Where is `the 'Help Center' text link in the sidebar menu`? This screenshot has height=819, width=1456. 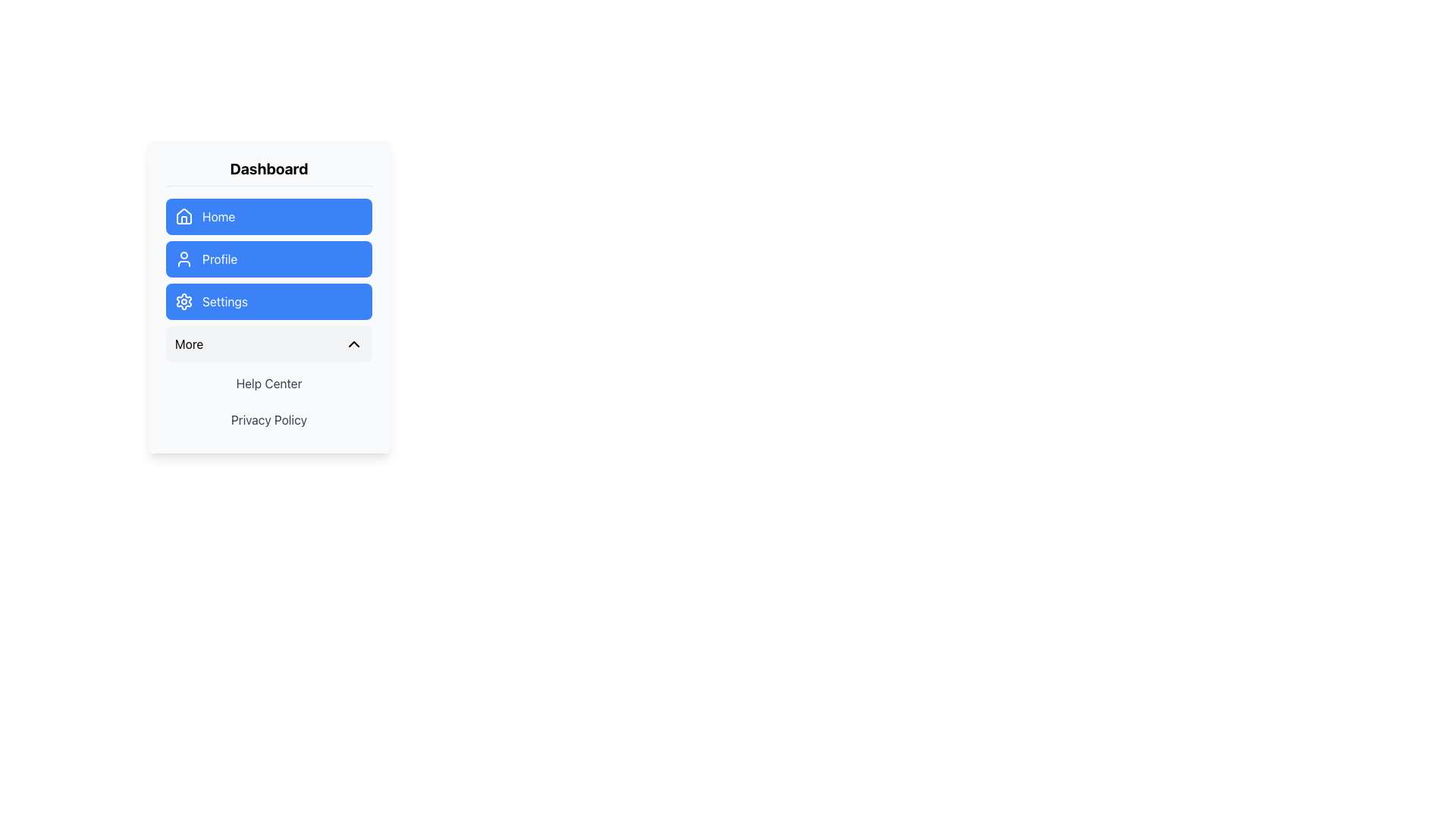 the 'Help Center' text link in the sidebar menu is located at coordinates (269, 382).